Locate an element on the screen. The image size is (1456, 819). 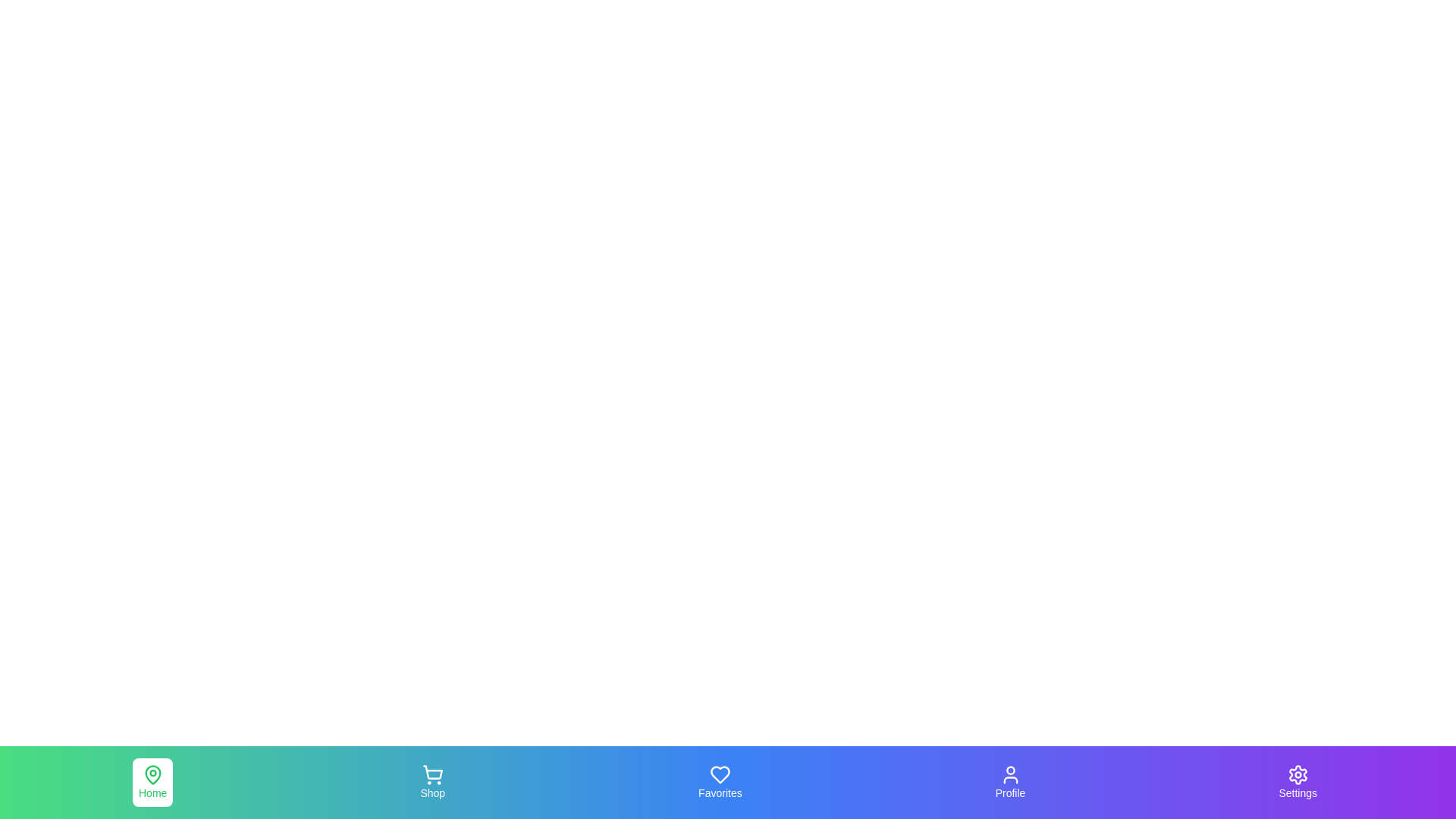
the tab icon for Home for visual inspection is located at coordinates (152, 783).